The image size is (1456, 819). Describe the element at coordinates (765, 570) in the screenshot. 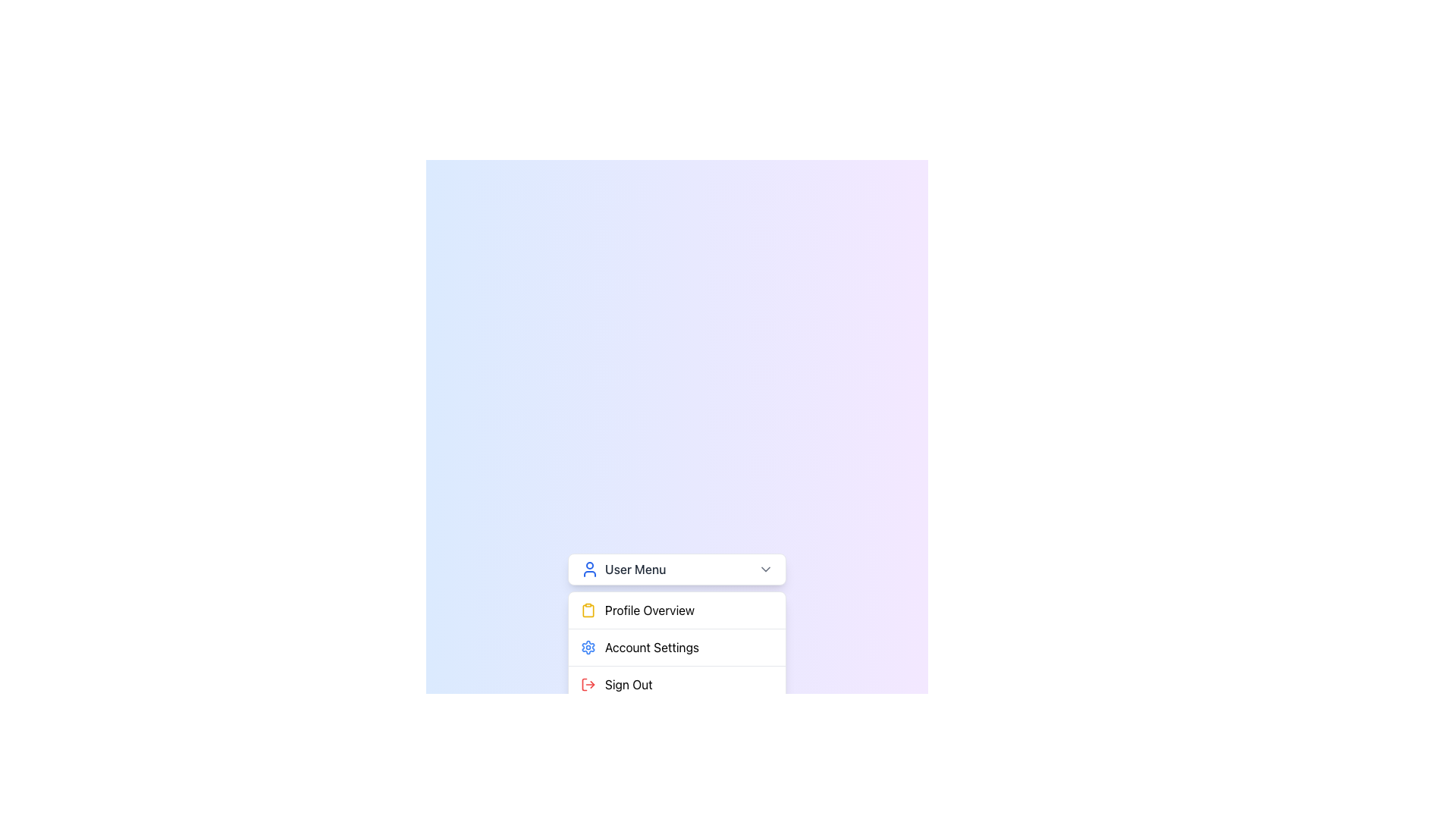

I see `the downward-facing chevron icon, which is located to the right of the 'User Menu' text` at that location.